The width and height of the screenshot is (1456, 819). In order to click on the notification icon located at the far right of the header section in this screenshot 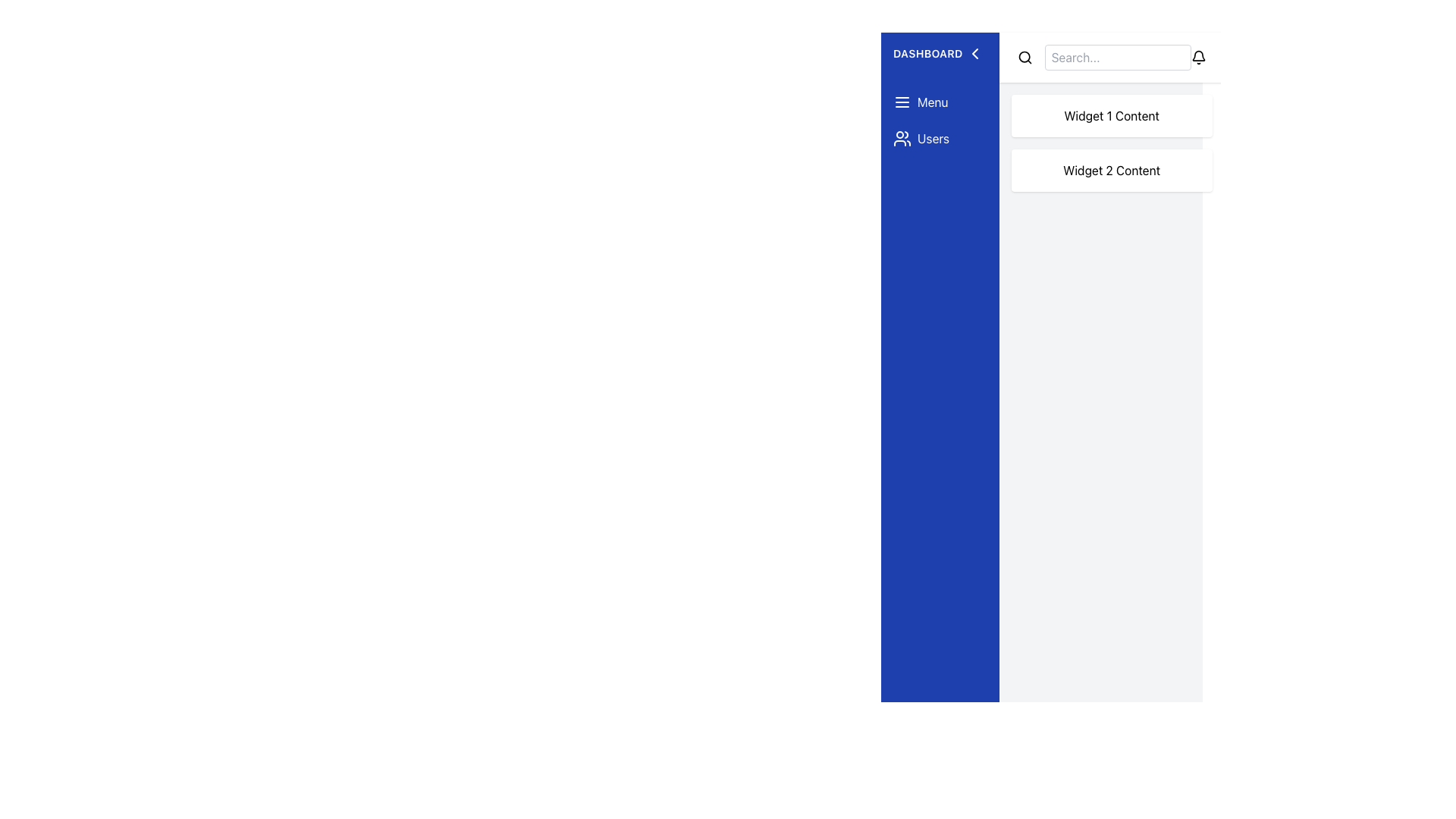, I will do `click(1197, 57)`.